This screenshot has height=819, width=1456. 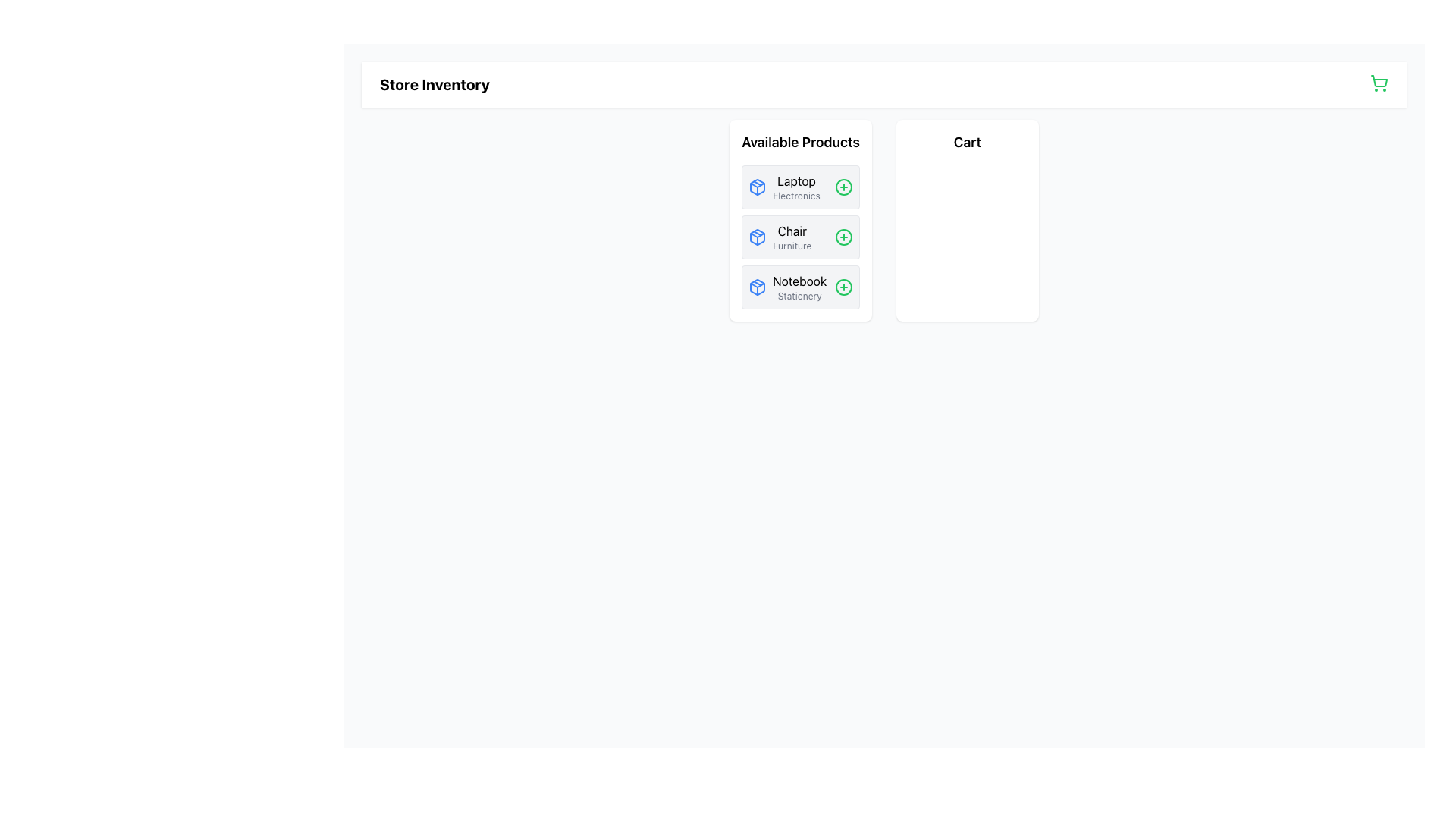 What do you see at coordinates (784, 186) in the screenshot?
I see `the 'Laptop' product list item, which features a blue package icon and the title 'Laptop' in bold black text` at bounding box center [784, 186].